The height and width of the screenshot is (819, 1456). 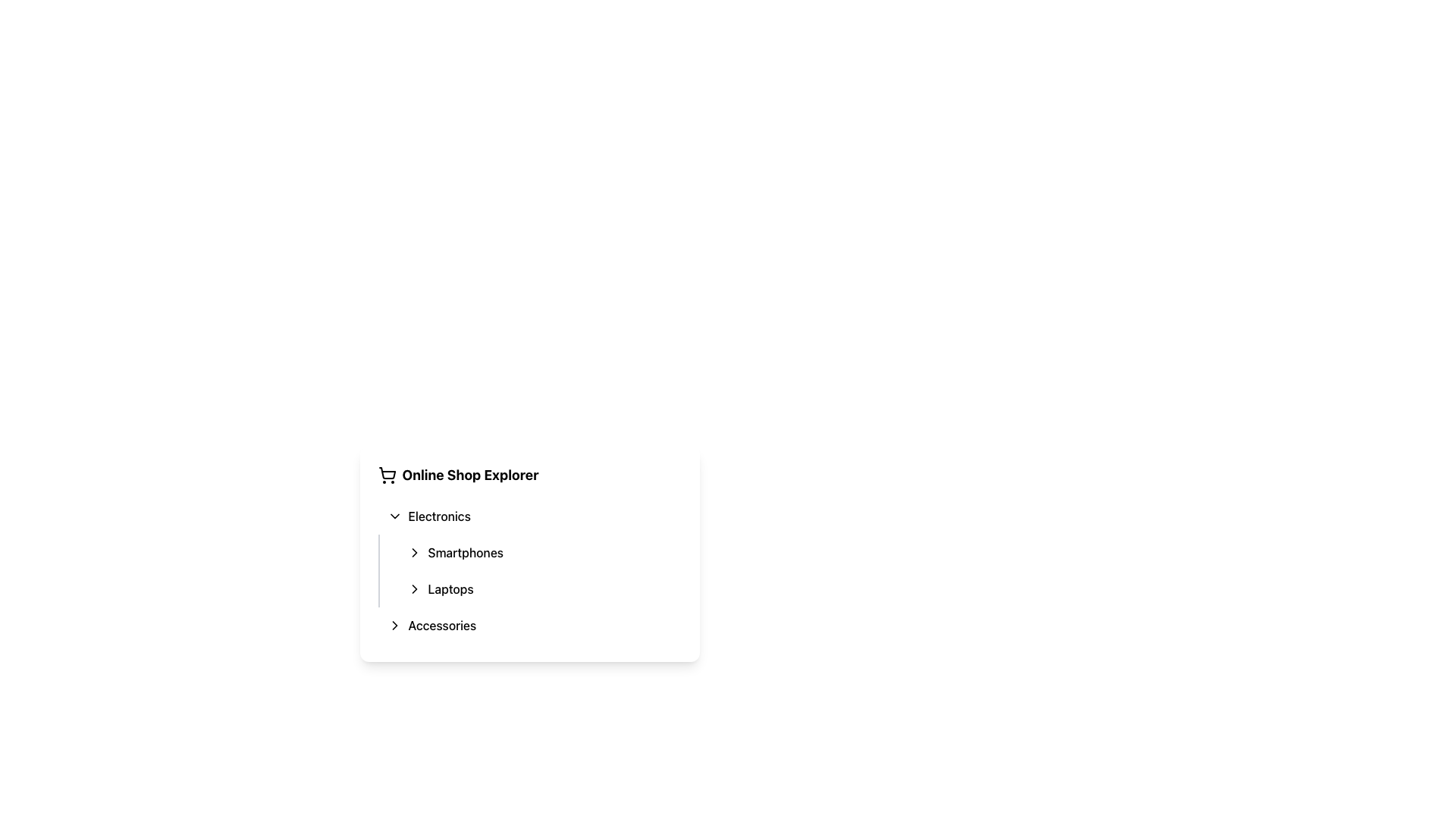 What do you see at coordinates (438, 516) in the screenshot?
I see `the 'Electronics' text label, which is located to the right of the chevron-down icon in the collapsible menu of the 'Online Shop Explorer' sidebar` at bounding box center [438, 516].